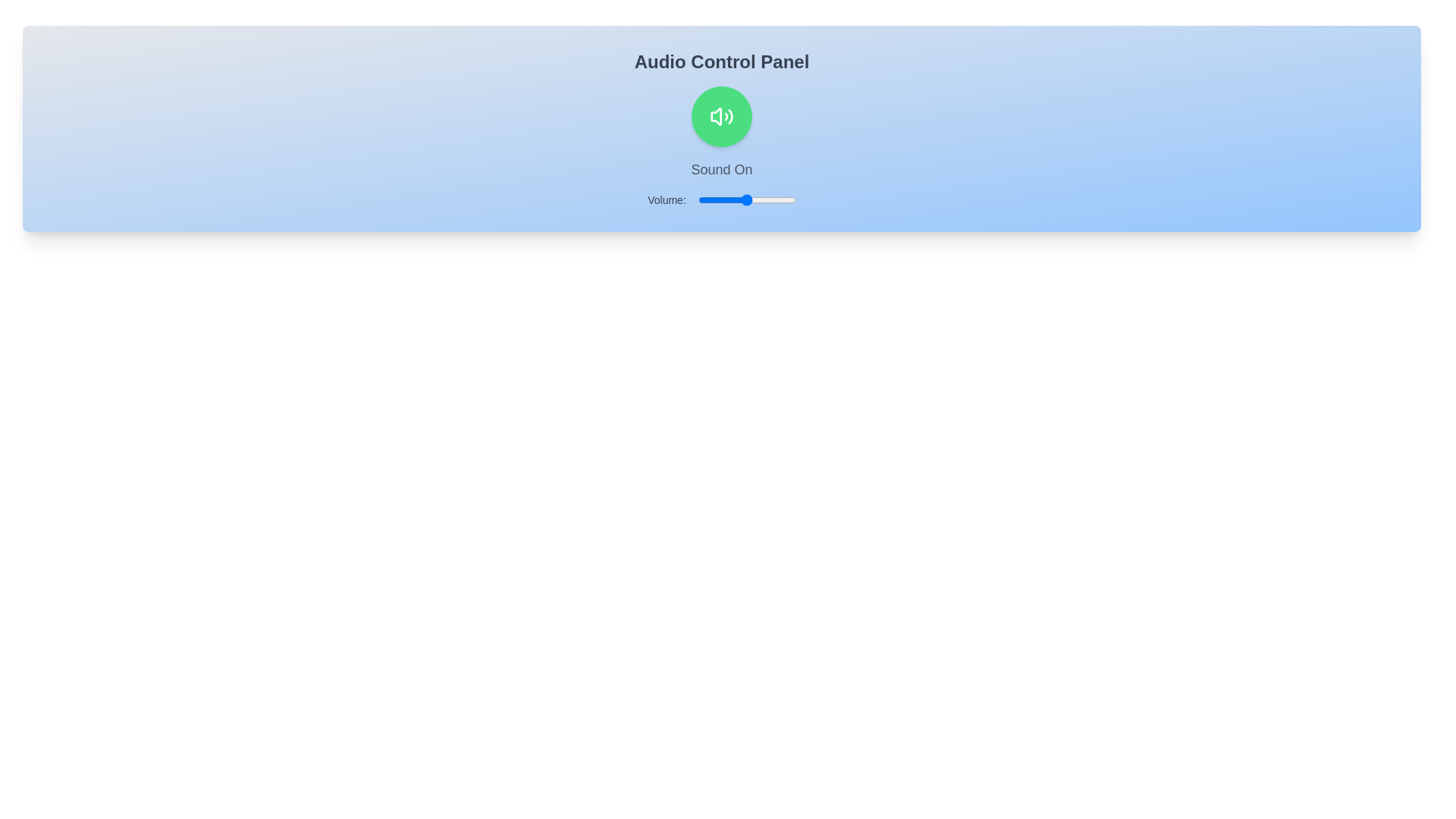  I want to click on the volume slider to set the volume to 66%, so click(762, 199).